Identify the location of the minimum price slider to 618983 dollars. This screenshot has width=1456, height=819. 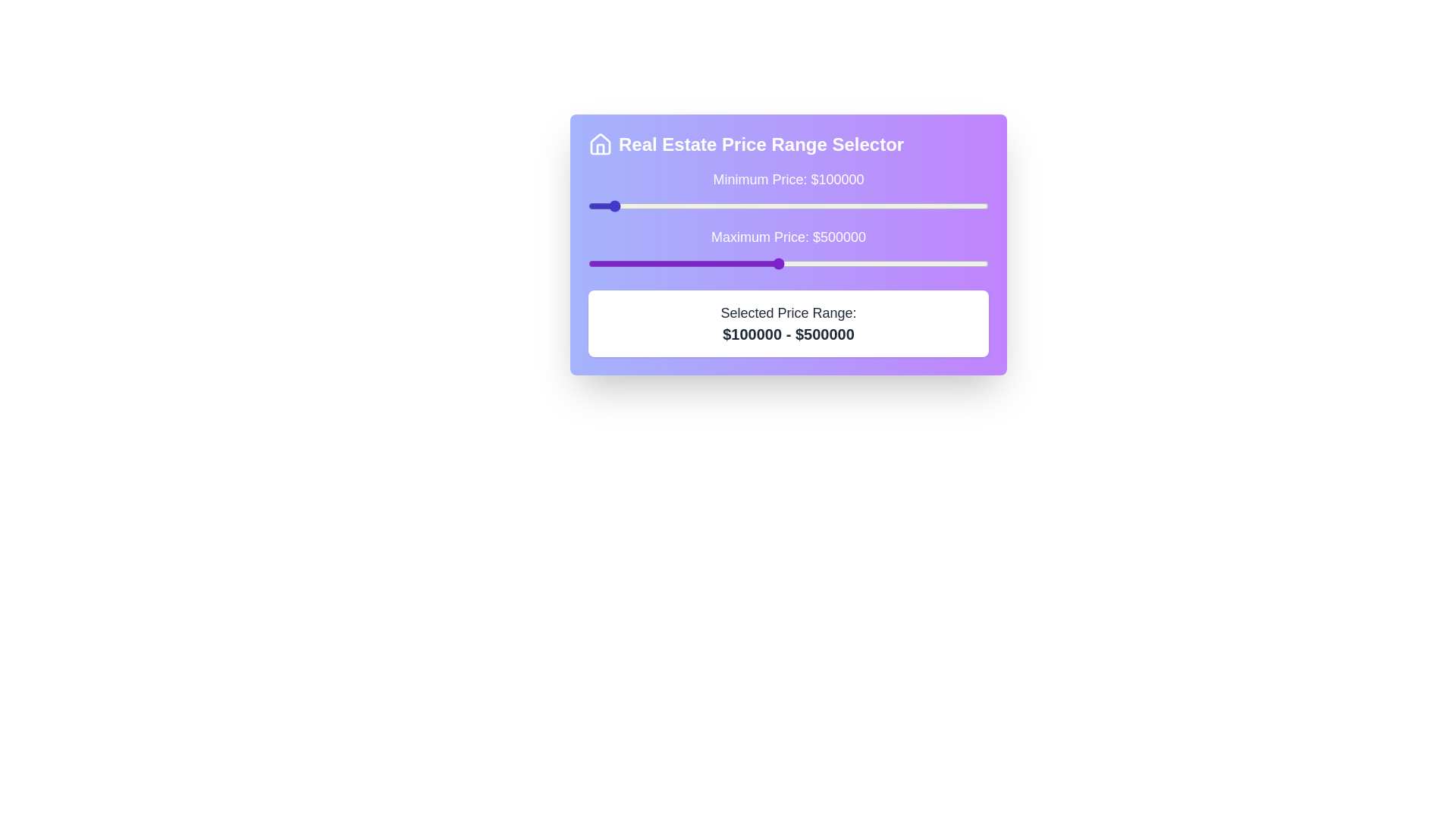
(827, 206).